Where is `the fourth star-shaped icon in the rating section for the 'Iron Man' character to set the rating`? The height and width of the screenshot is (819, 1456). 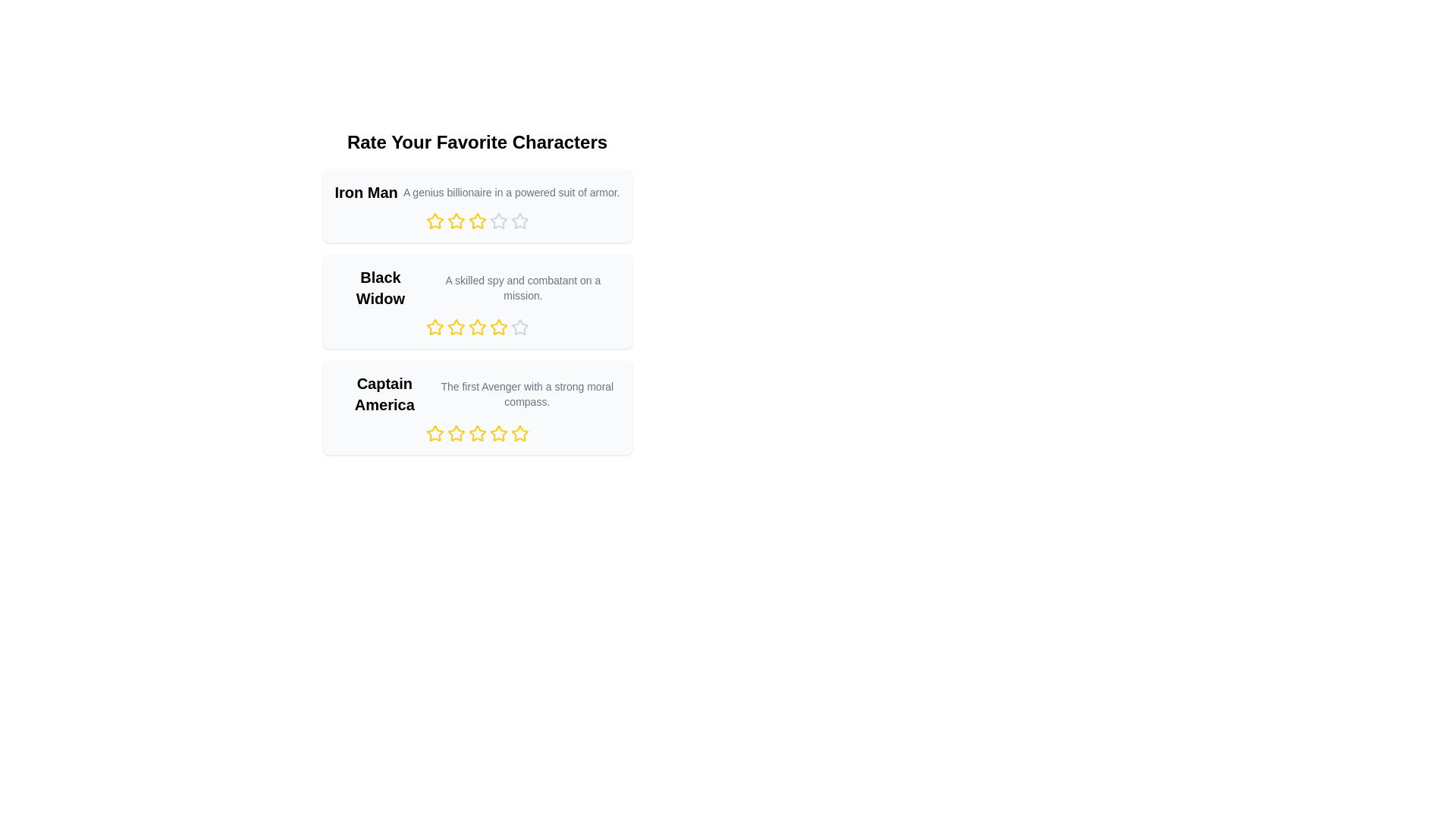 the fourth star-shaped icon in the rating section for the 'Iron Man' character to set the rating is located at coordinates (498, 221).